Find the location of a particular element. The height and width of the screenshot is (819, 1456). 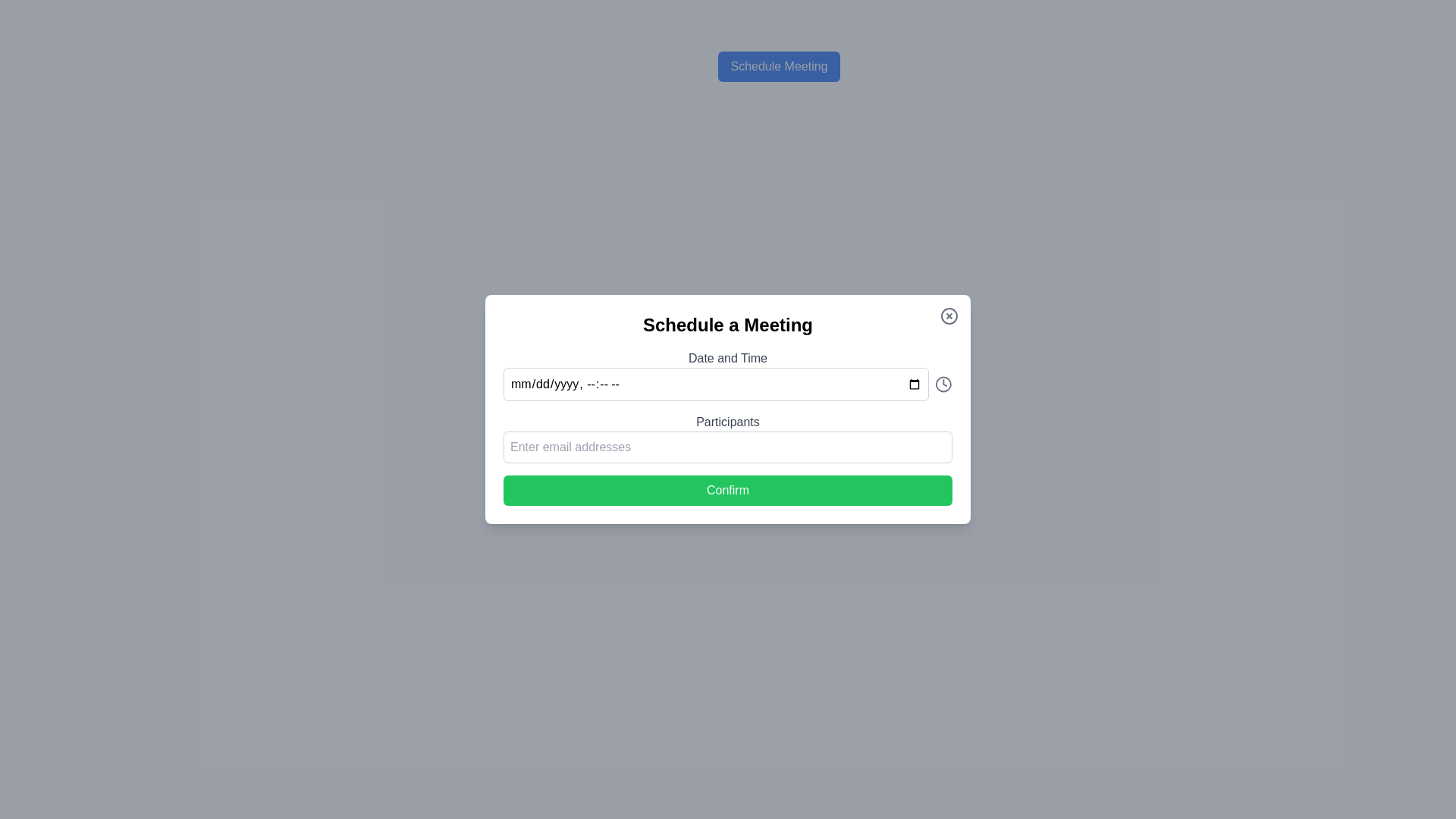

the text label indicating the required input type for participants, which is centrally located above the input field with the placeholder 'Enter email addresses' is located at coordinates (728, 422).